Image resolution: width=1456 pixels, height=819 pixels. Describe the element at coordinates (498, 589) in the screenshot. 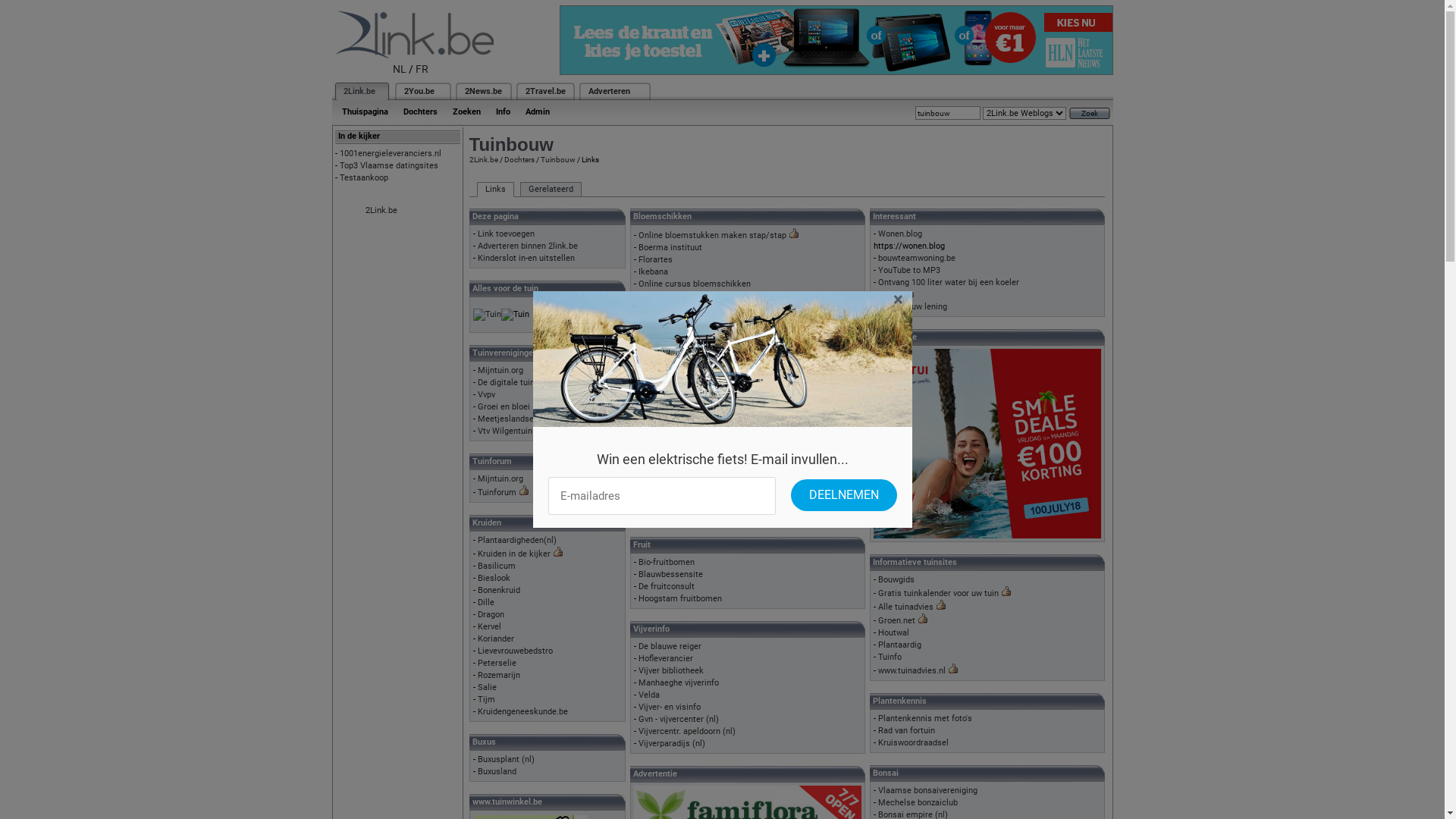

I see `'Bonenkruid'` at that location.